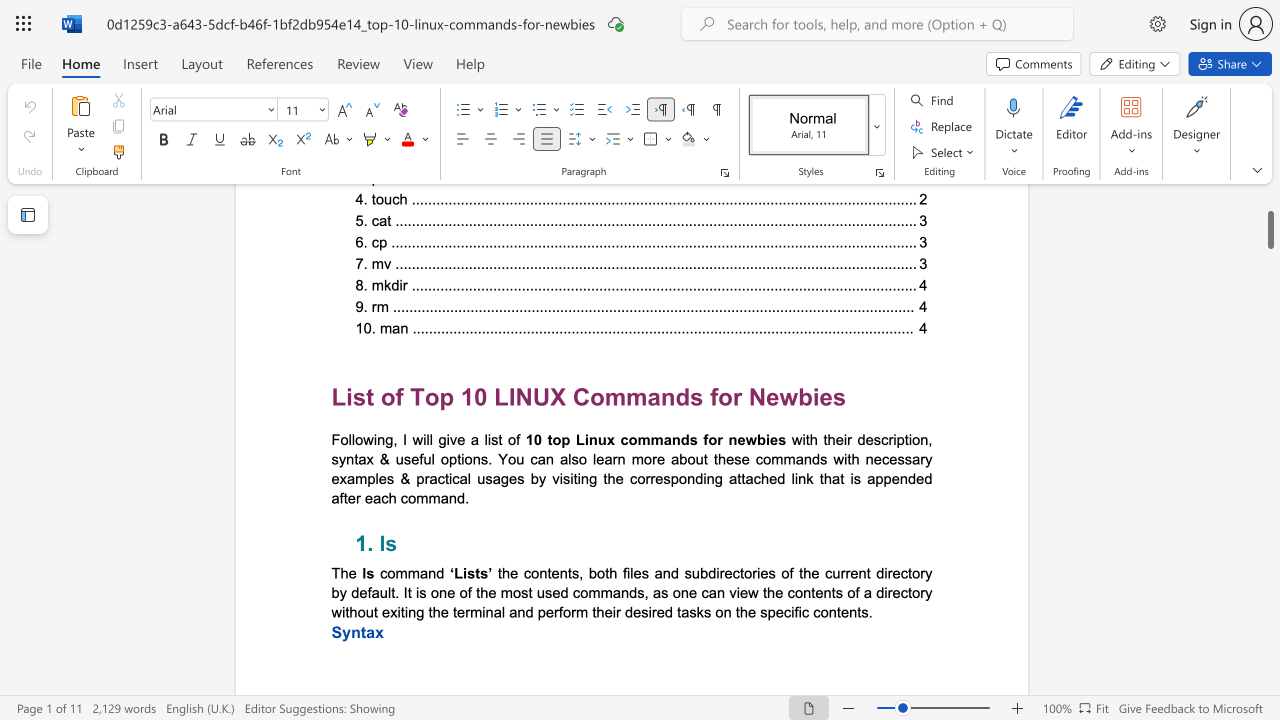  I want to click on the 1th character "." in the text, so click(397, 591).